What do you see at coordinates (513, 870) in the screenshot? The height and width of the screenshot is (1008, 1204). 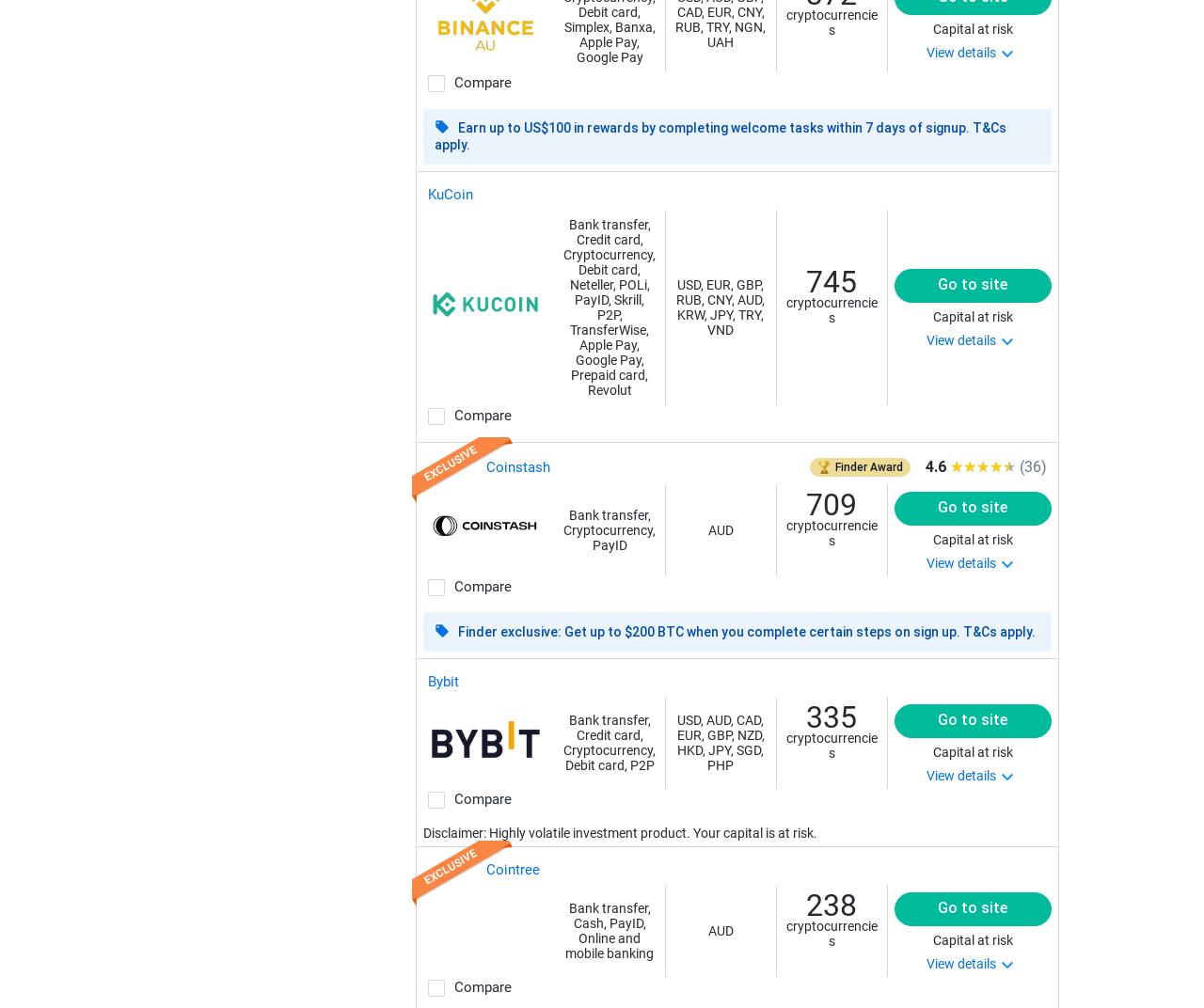 I see `'Cointree'` at bounding box center [513, 870].